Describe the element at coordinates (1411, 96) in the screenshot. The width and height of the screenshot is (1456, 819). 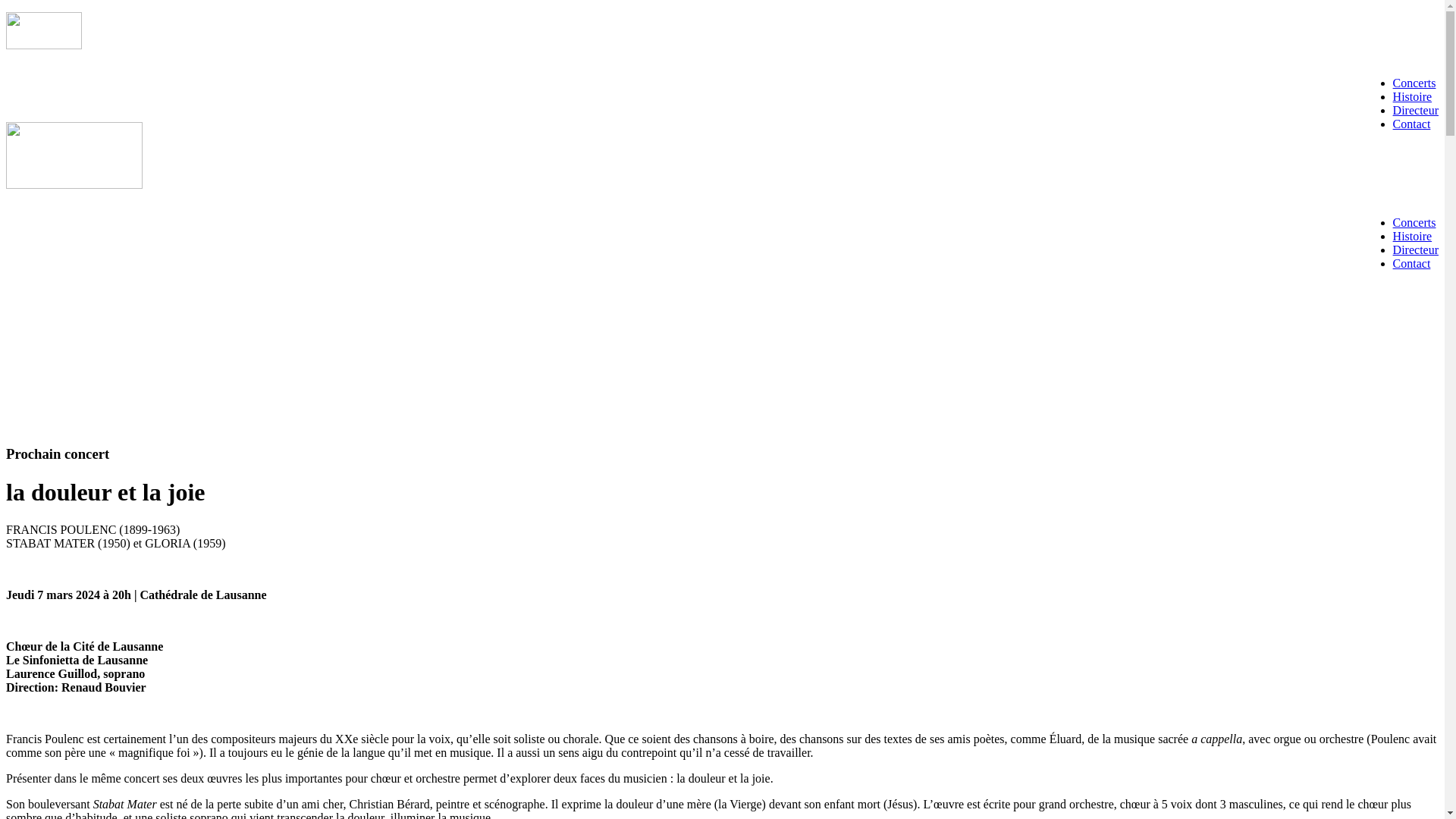
I see `'Histoire'` at that location.